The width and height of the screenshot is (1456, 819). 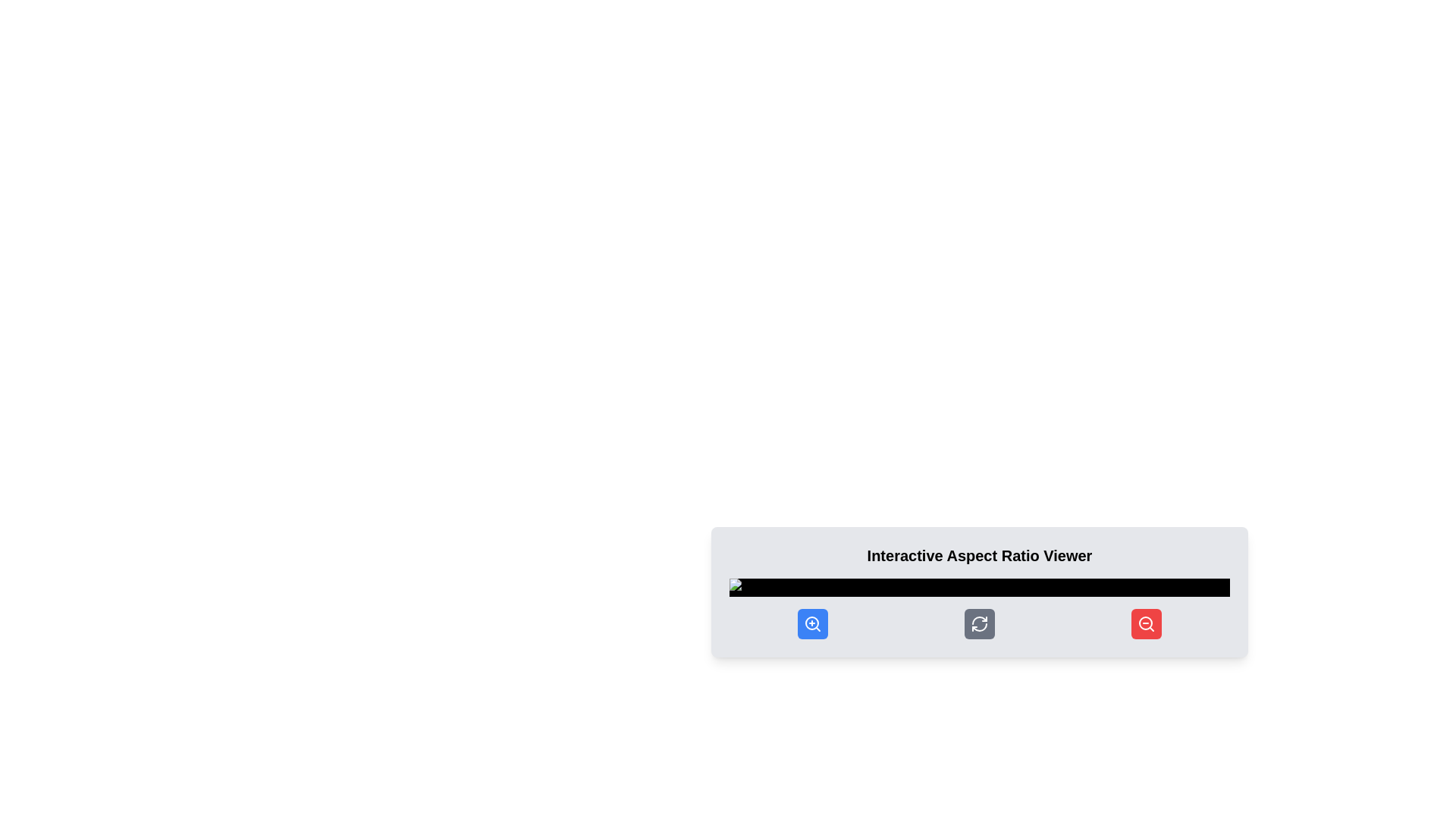 What do you see at coordinates (979, 591) in the screenshot?
I see `the control buttons on the interactive panel located at the bottom of the panel, which has a light gray background and three circular icon buttons colored blue, gray, and red` at bounding box center [979, 591].